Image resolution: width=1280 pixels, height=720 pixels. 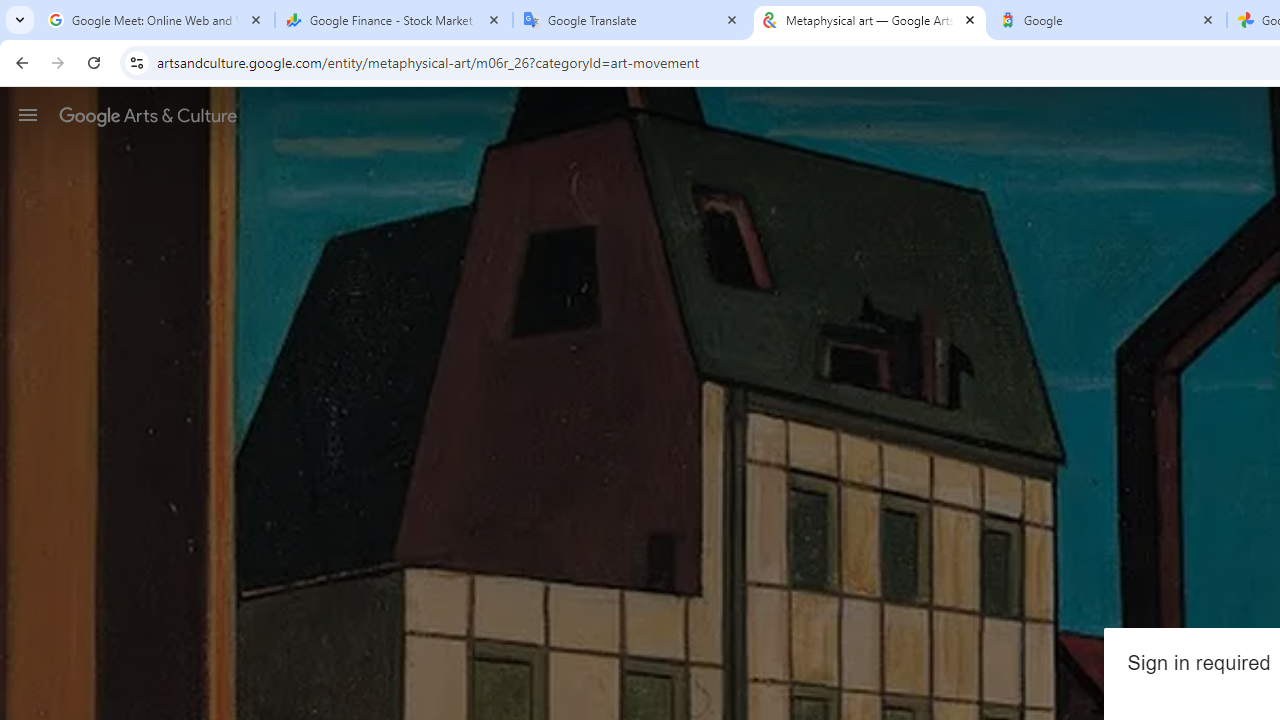 I want to click on 'Menu', so click(x=28, y=114).